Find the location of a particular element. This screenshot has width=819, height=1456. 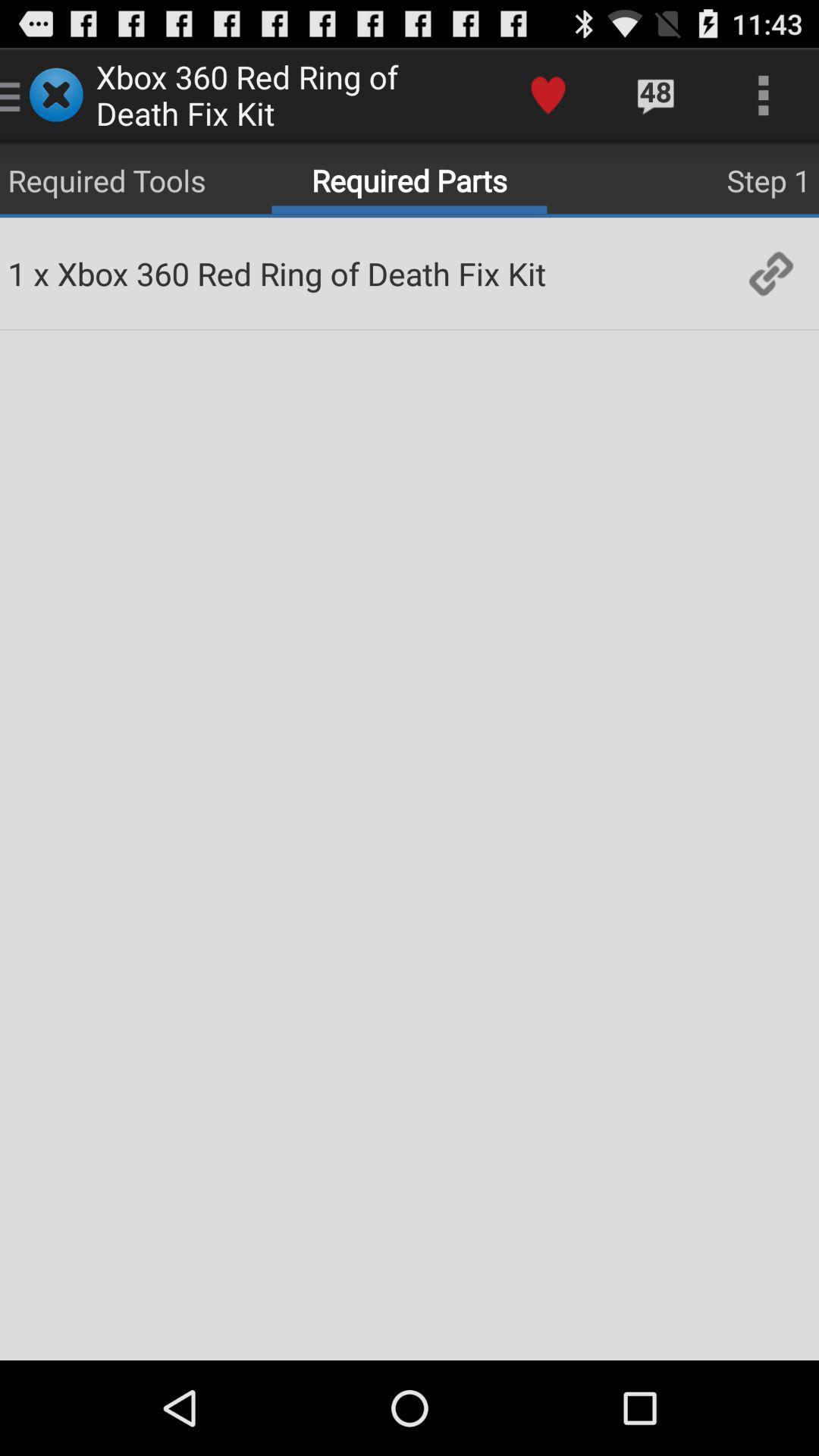

item to the left of the xbox 360 red item is located at coordinates (40, 273).